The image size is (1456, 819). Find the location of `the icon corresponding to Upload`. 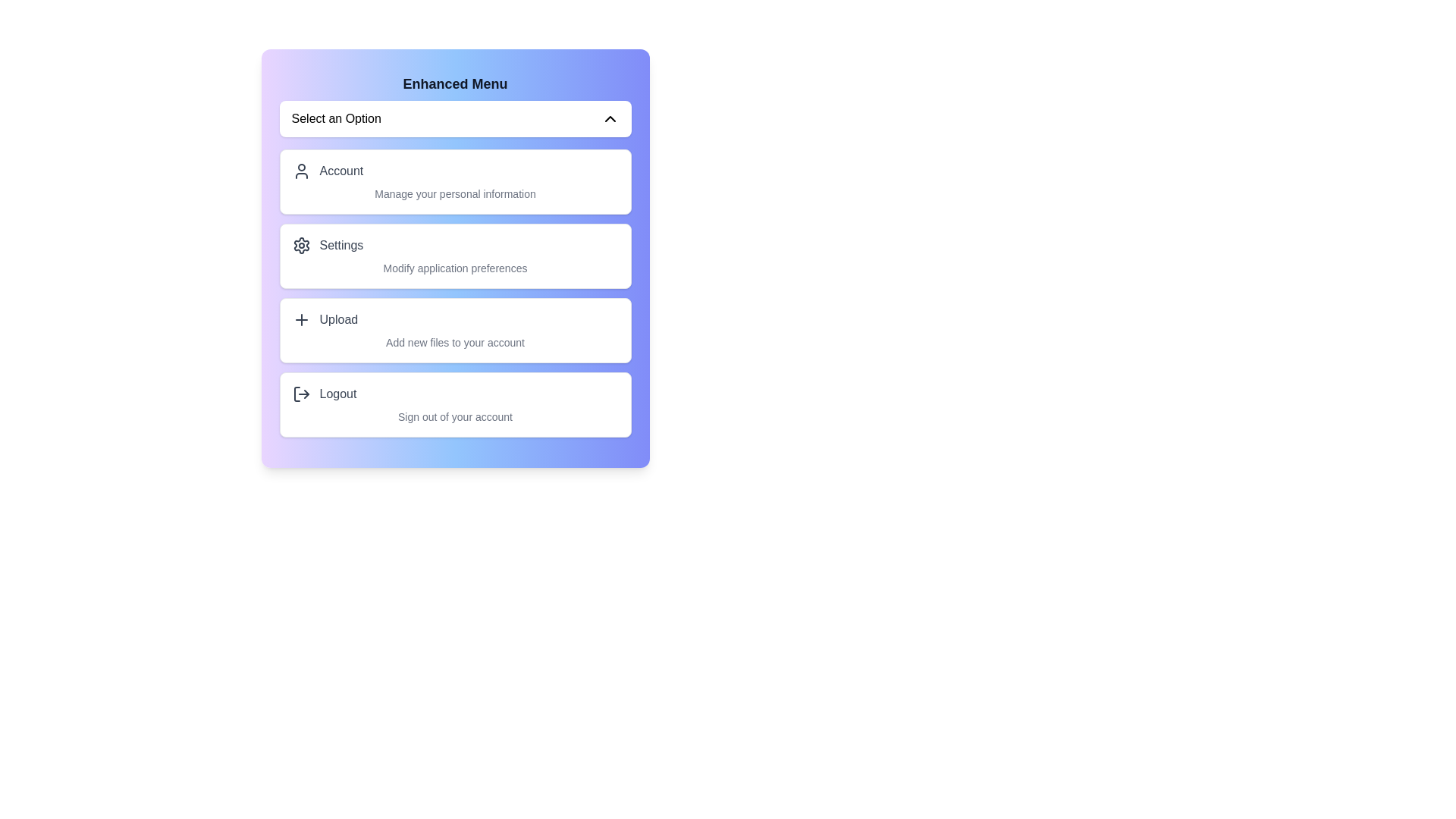

the icon corresponding to Upload is located at coordinates (301, 318).